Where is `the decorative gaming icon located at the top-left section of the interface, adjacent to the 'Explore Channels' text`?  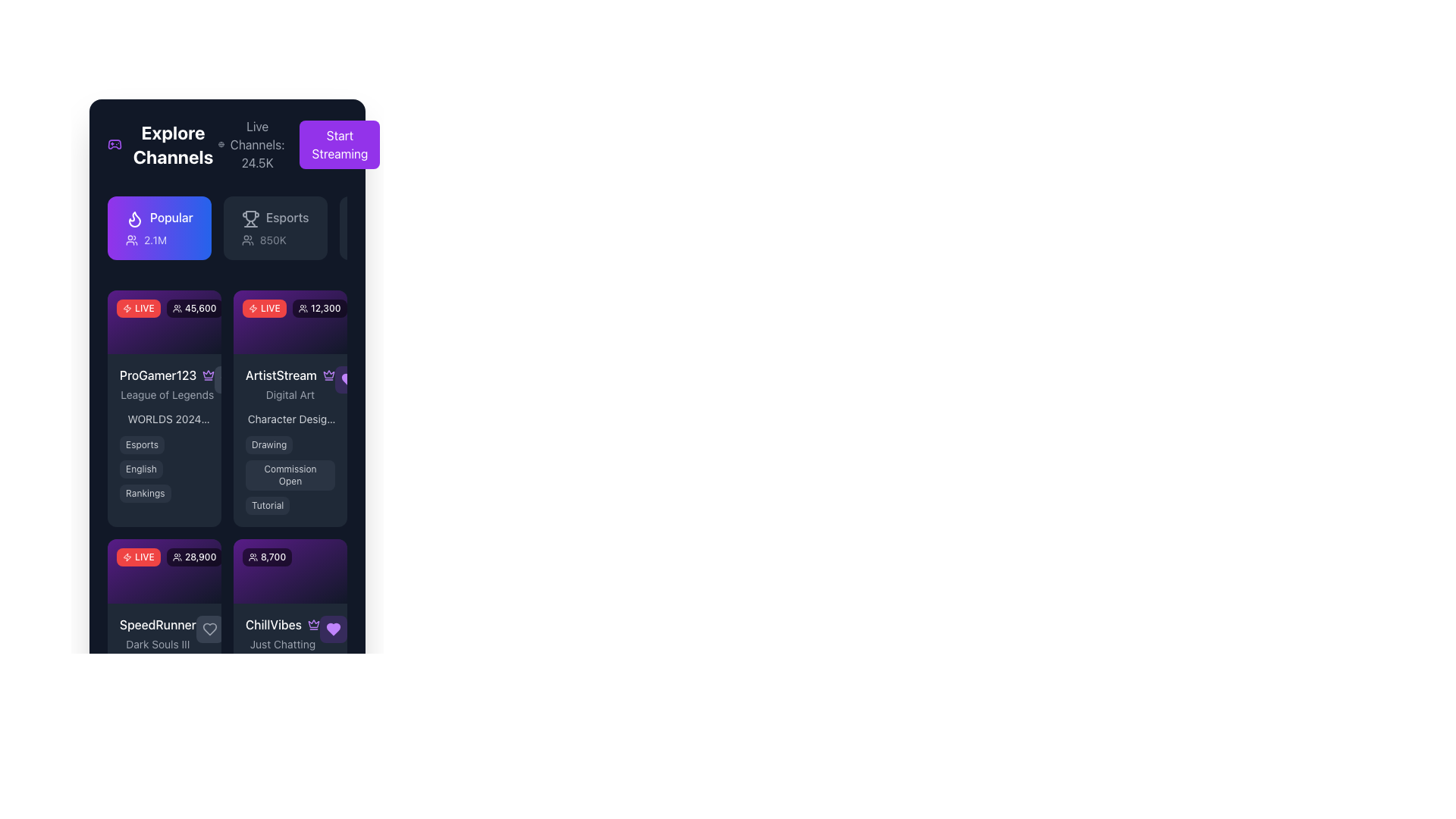
the decorative gaming icon located at the top-left section of the interface, adjacent to the 'Explore Channels' text is located at coordinates (114, 145).